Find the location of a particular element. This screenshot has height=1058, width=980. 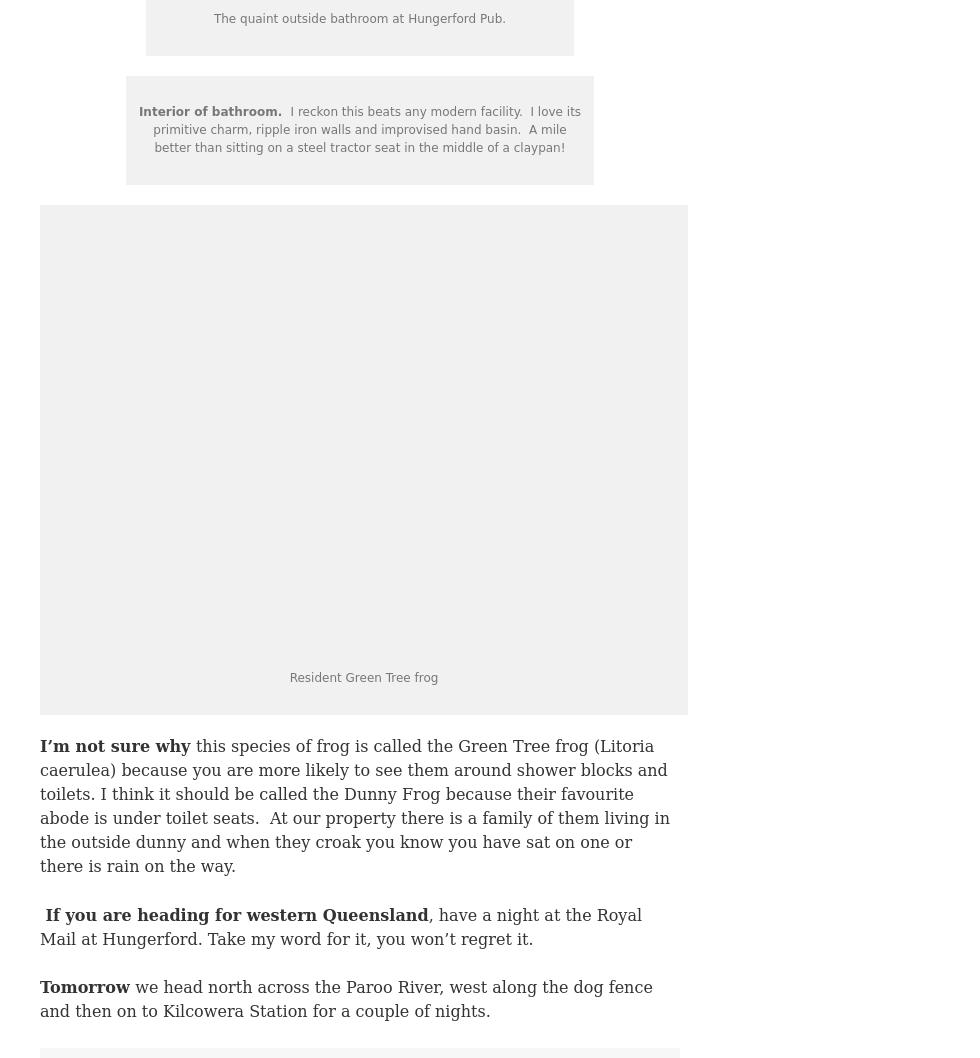

'I’m not sure why' is located at coordinates (117, 746).